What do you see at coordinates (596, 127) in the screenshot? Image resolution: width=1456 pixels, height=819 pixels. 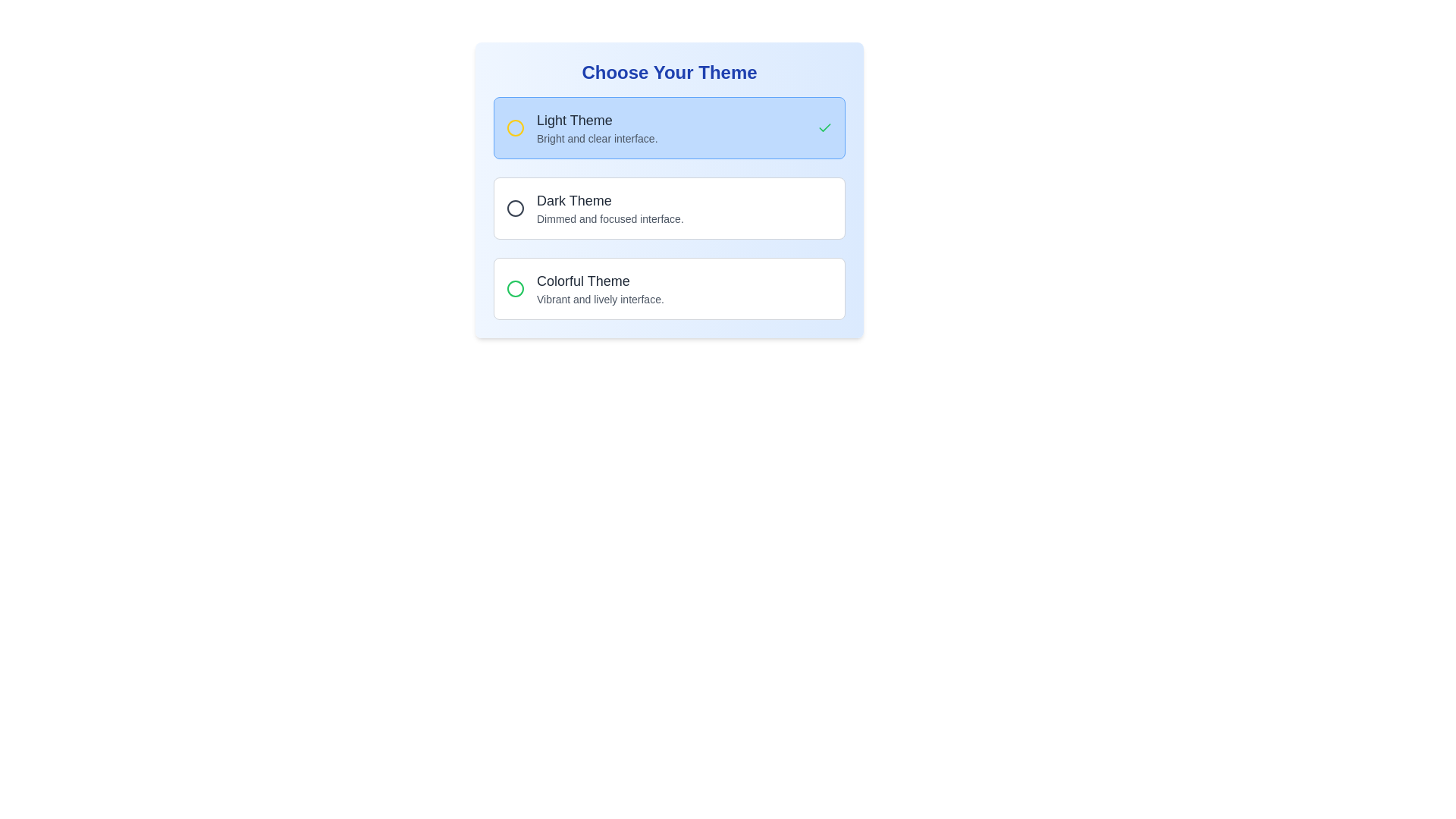 I see `the first option in the theme selection interface that presents the 'Light Theme' name and description` at bounding box center [596, 127].